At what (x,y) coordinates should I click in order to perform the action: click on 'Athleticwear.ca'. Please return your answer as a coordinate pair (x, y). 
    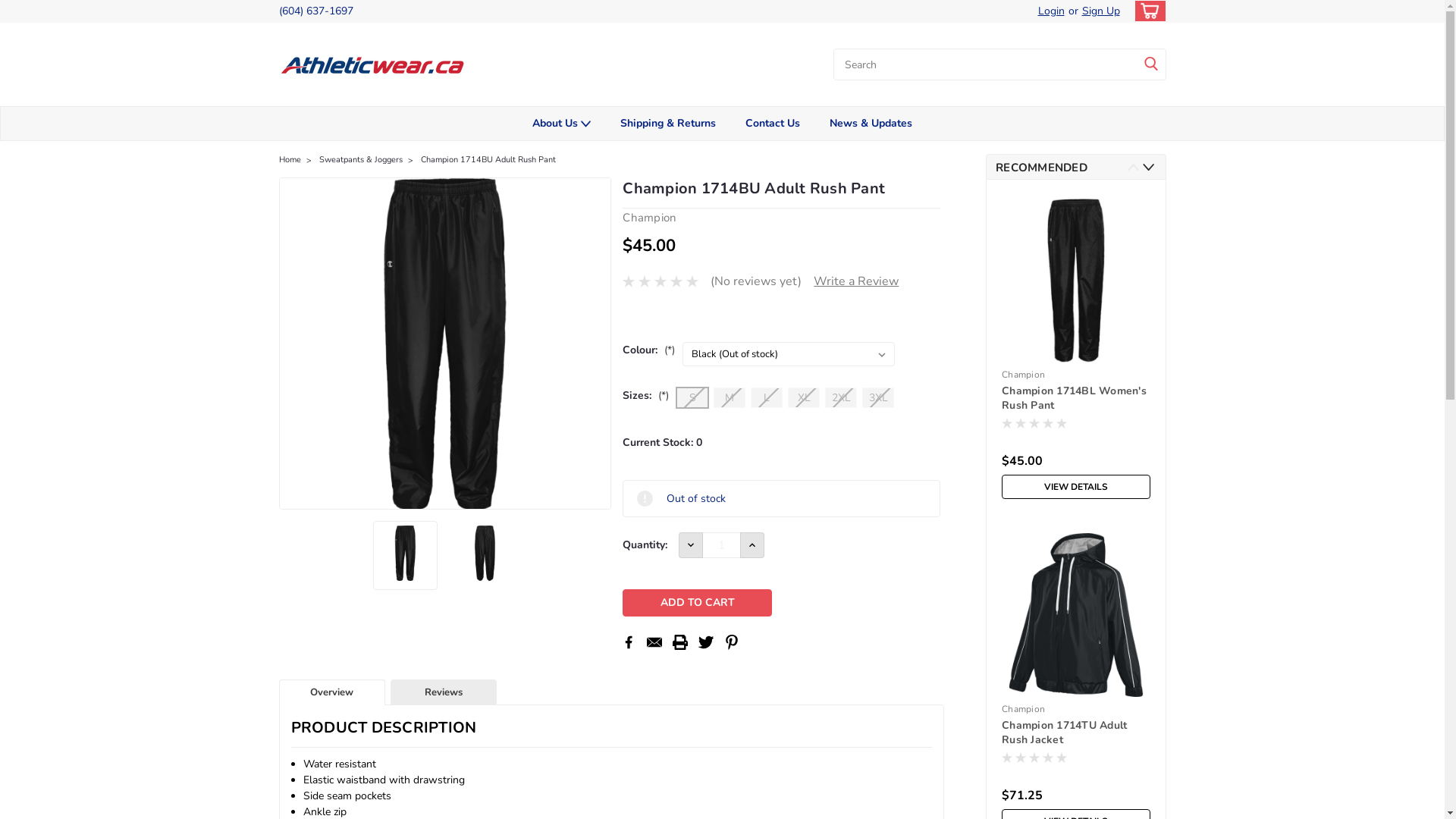
    Looking at the image, I should click on (374, 63).